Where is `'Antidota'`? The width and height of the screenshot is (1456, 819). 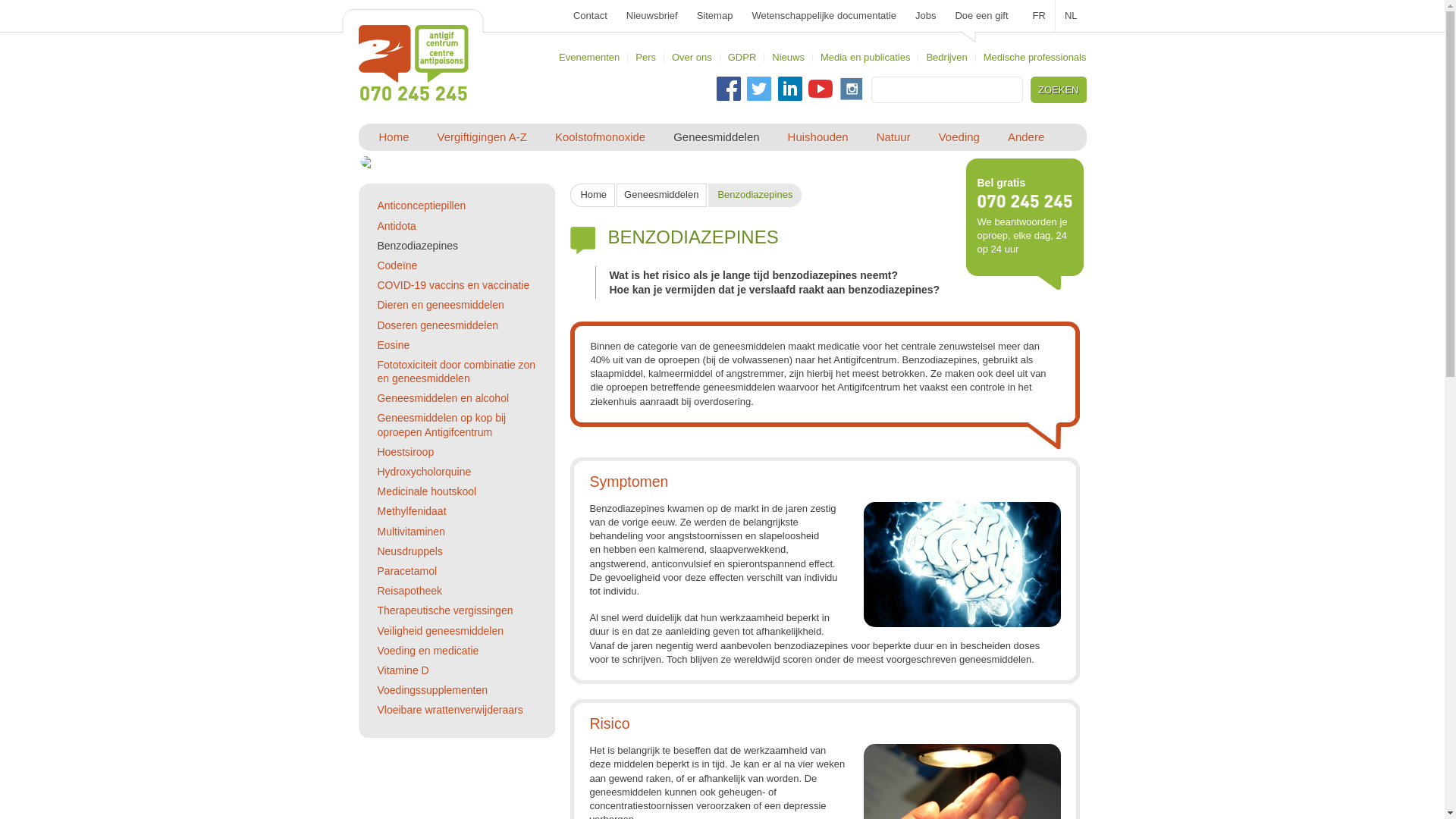
'Antidota' is located at coordinates (396, 225).